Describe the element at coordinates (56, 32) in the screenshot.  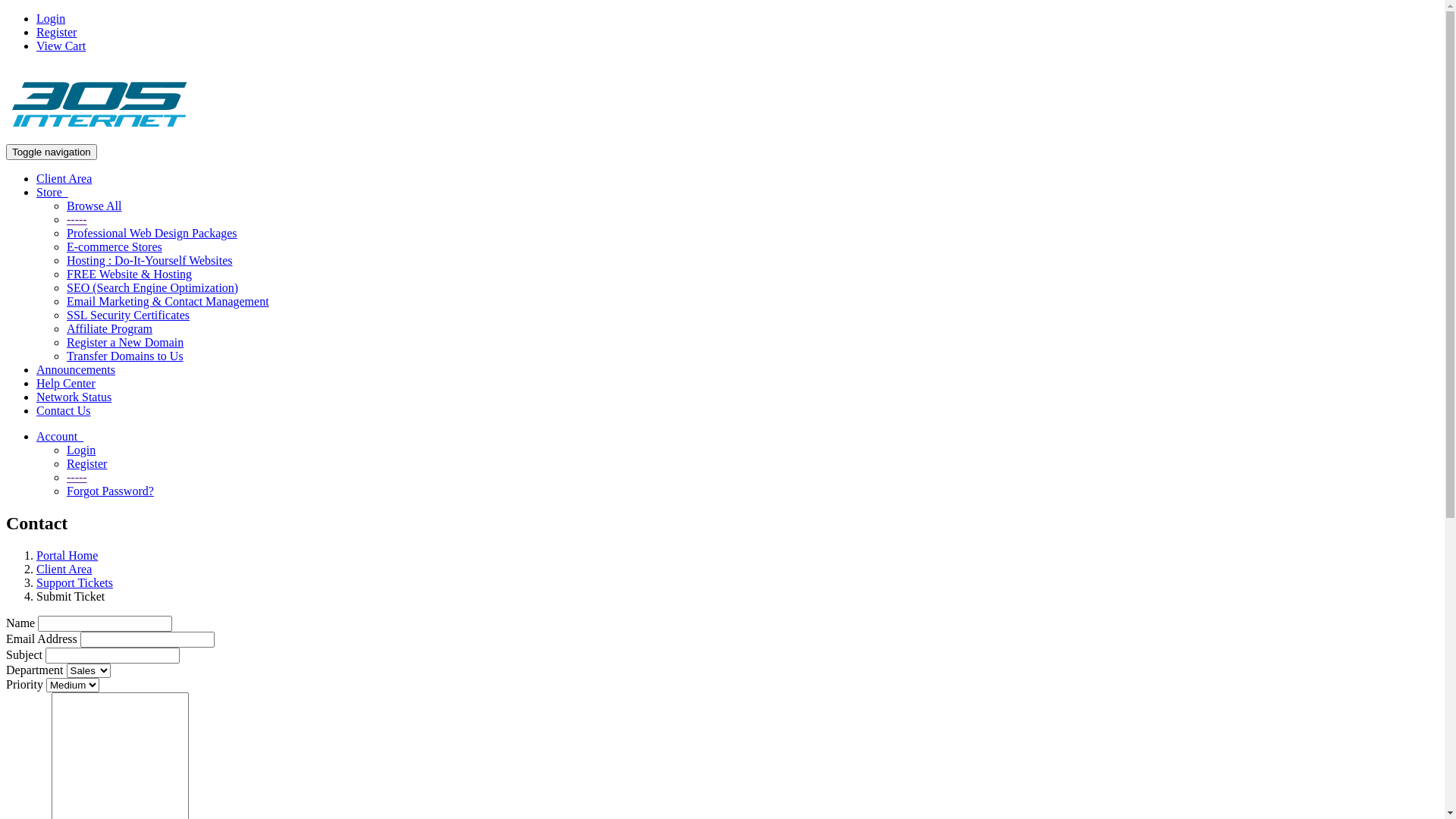
I see `'Register'` at that location.